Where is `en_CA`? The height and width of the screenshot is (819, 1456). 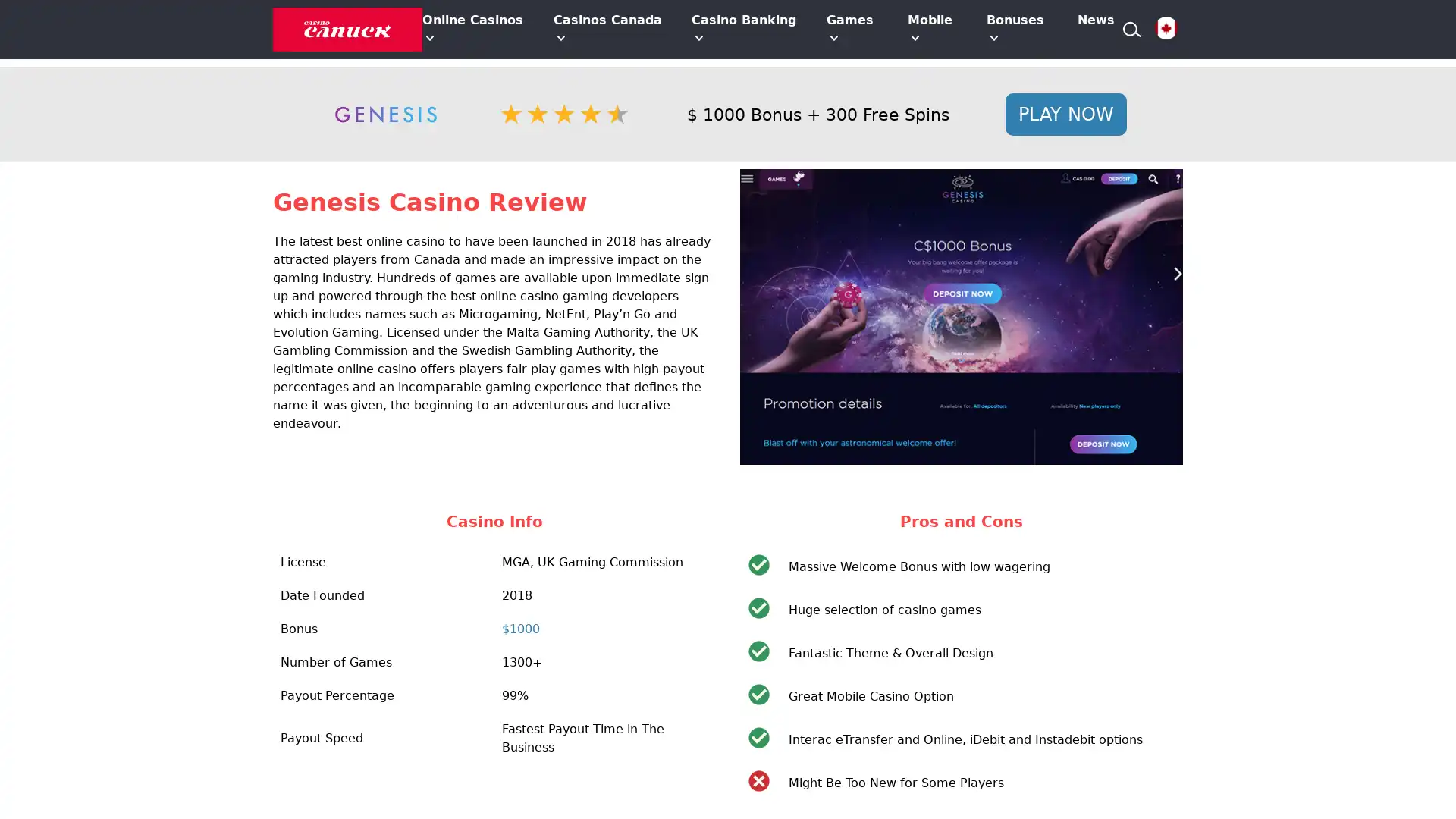
en_CA is located at coordinates (1165, 29).